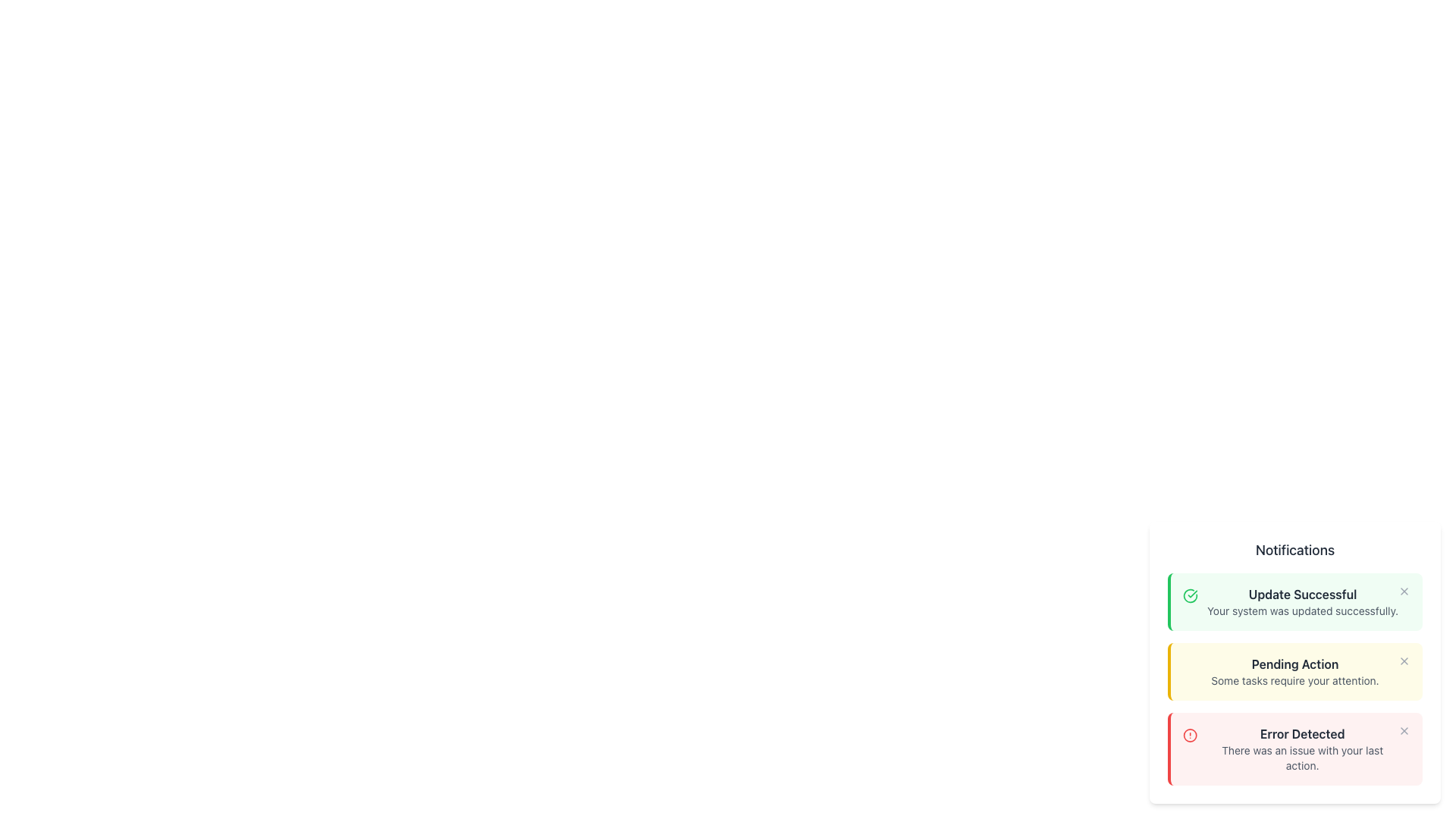 The width and height of the screenshot is (1456, 819). What do you see at coordinates (1294, 663) in the screenshot?
I see `text content of the Text Label located within the 'Pending Action' notification card, positioned below the 'Notifications' heading` at bounding box center [1294, 663].